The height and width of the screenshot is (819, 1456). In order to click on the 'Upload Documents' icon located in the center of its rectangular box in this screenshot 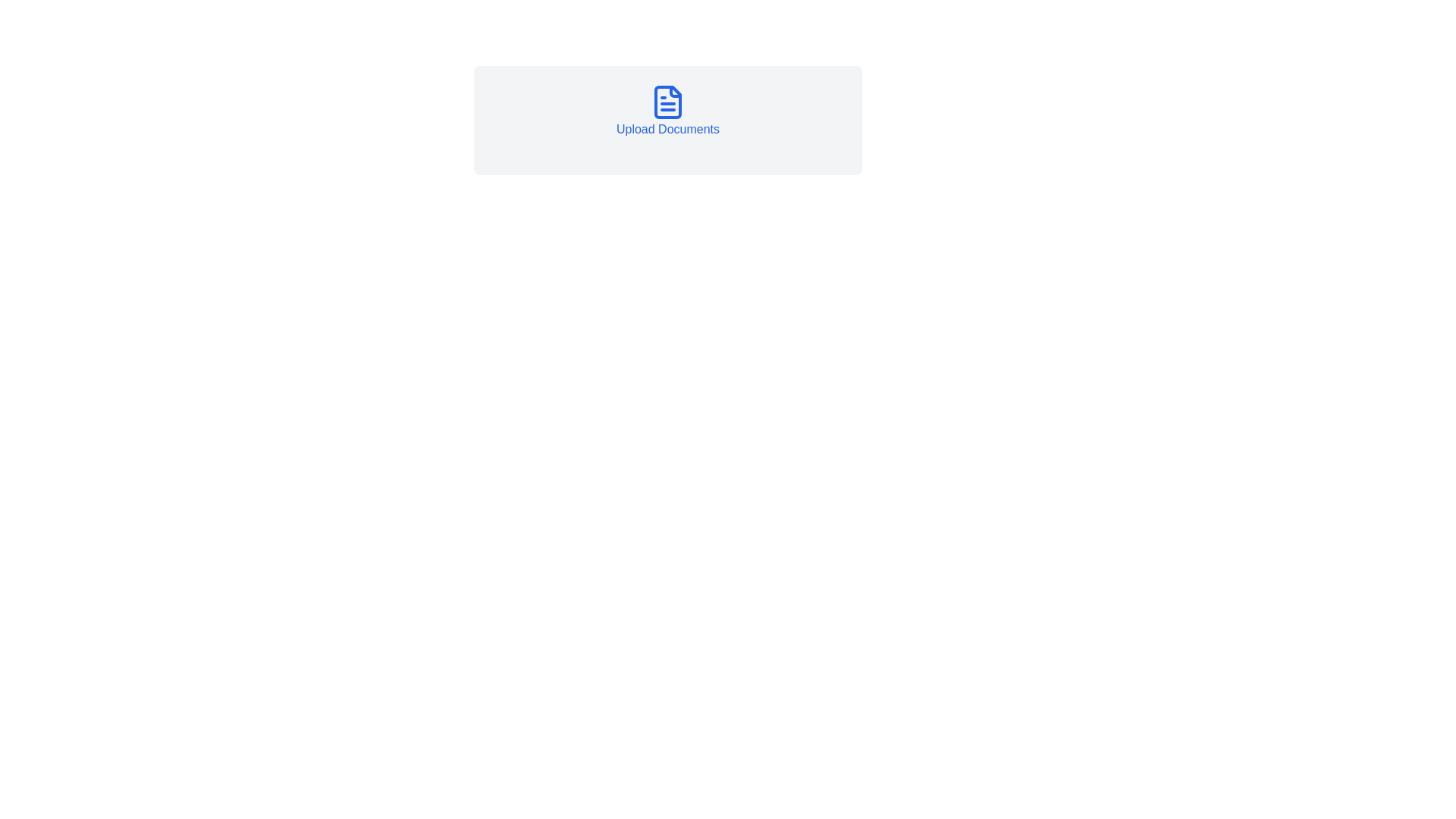, I will do `click(667, 102)`.